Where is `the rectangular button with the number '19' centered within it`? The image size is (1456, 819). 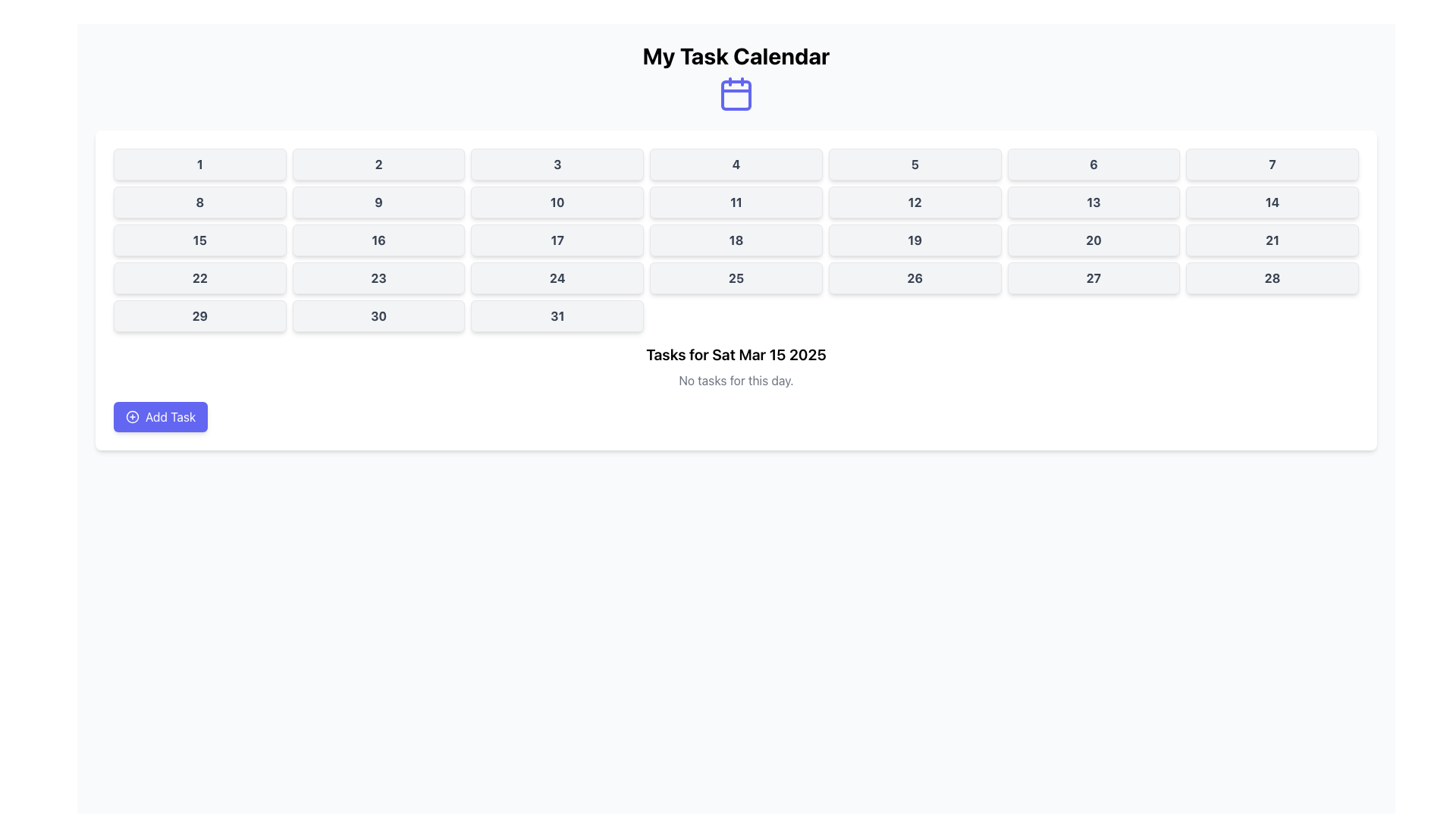 the rectangular button with the number '19' centered within it is located at coordinates (914, 239).